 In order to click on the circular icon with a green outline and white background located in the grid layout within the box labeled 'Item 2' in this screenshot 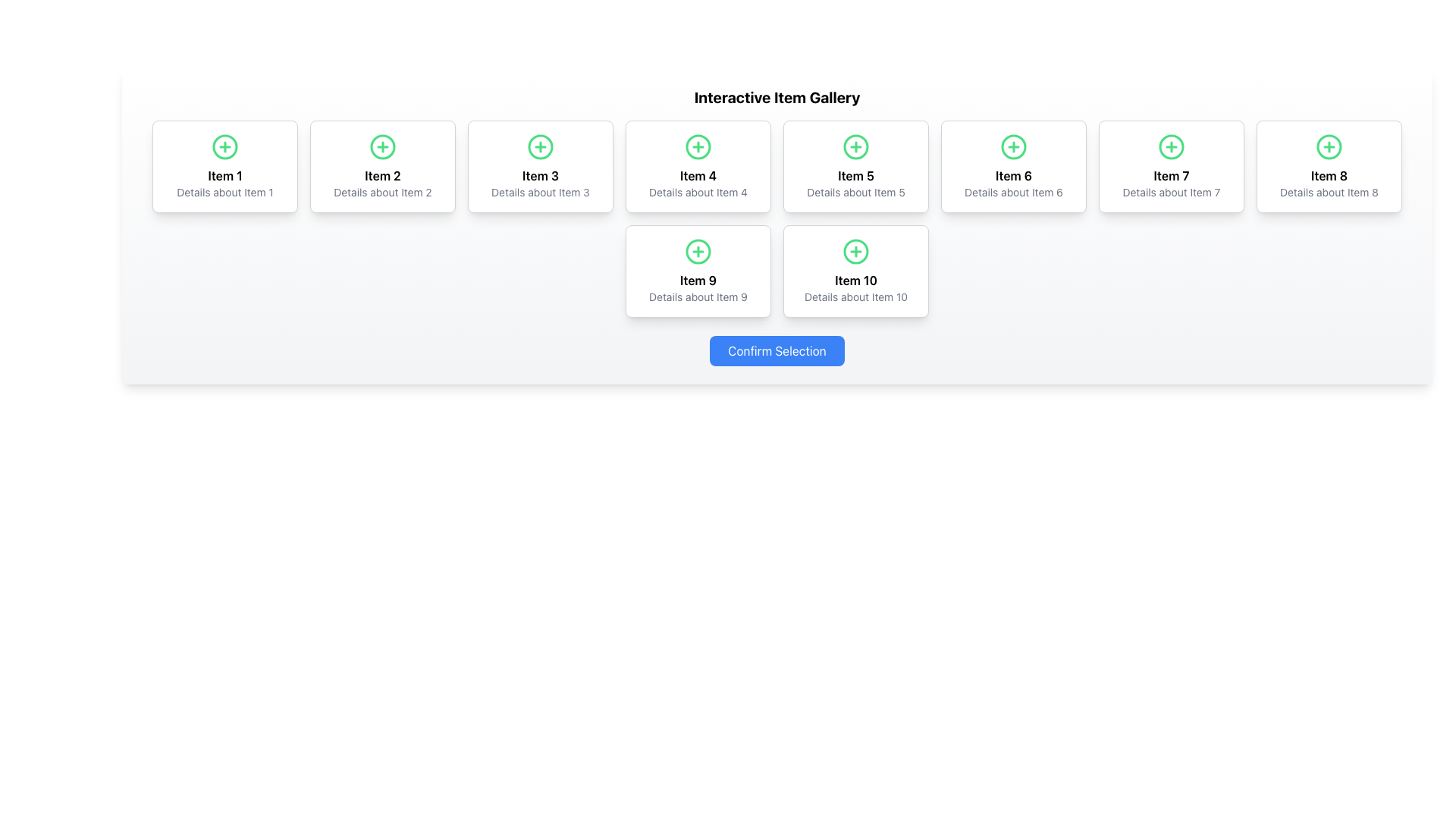, I will do `click(382, 146)`.